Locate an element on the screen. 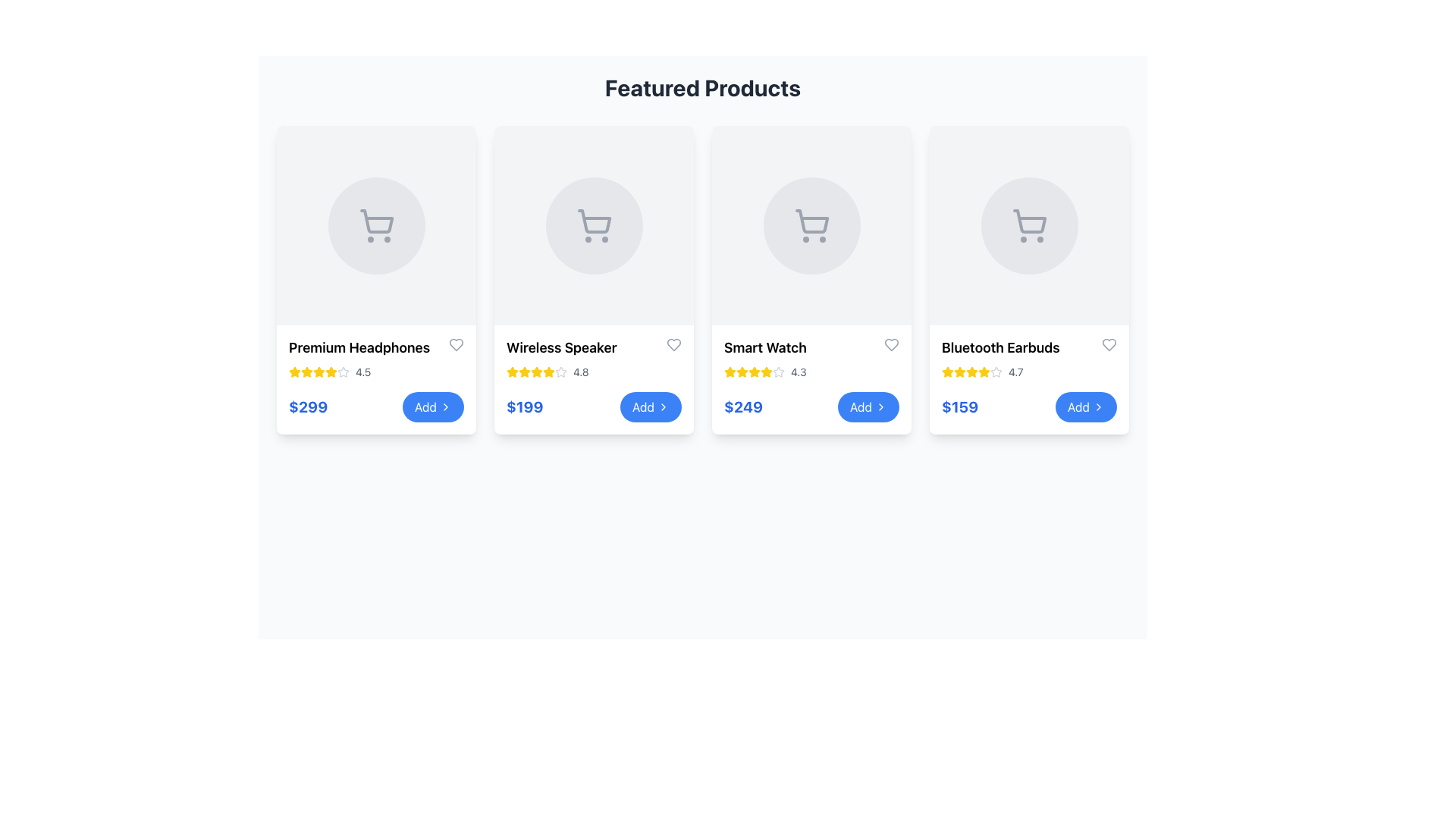  the numerical rating label for the 'Smart Watch' product in the third position of the 'Featured Products' row, located to the right of the stars is located at coordinates (798, 372).